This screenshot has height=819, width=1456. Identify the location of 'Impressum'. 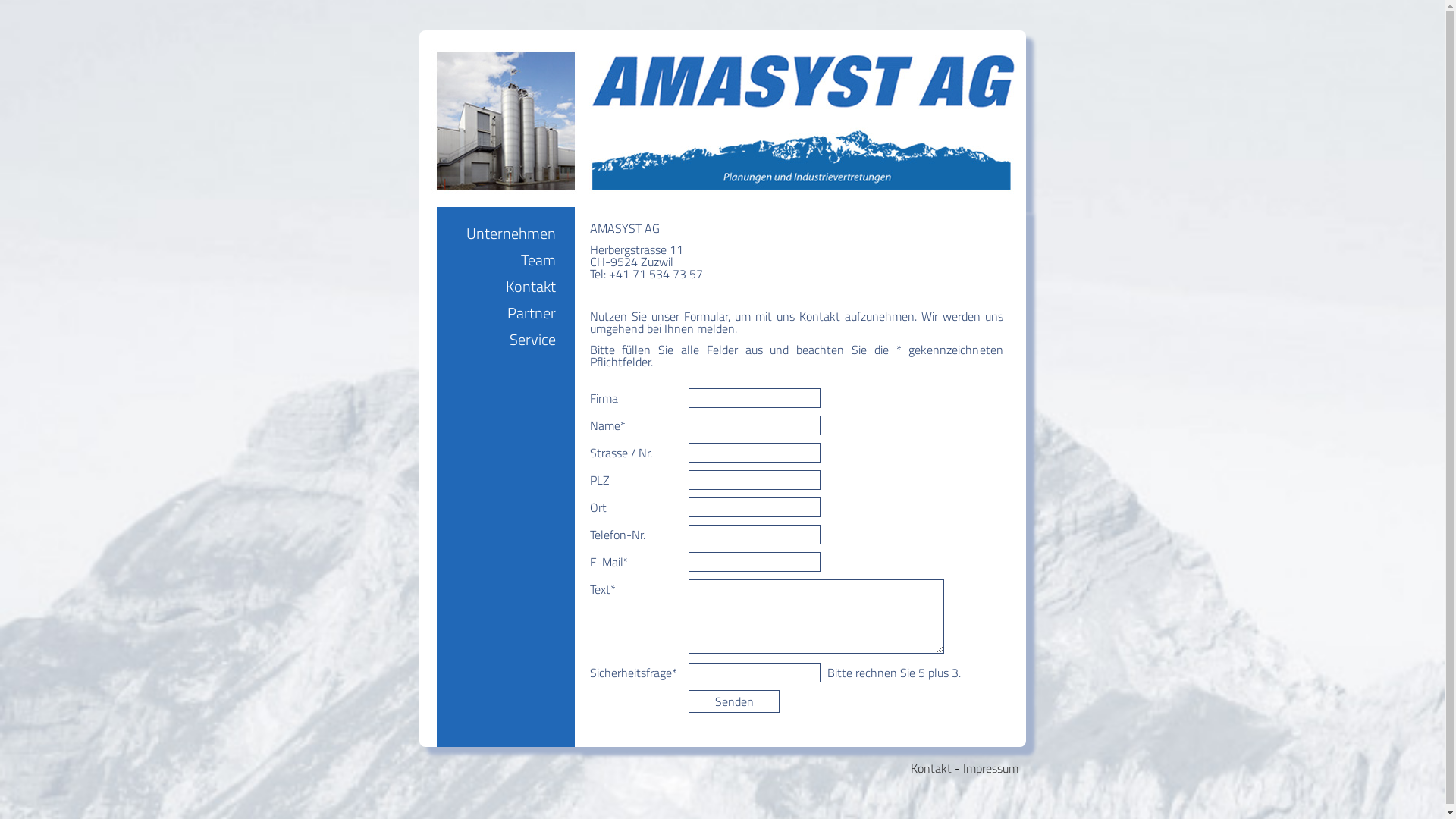
(990, 768).